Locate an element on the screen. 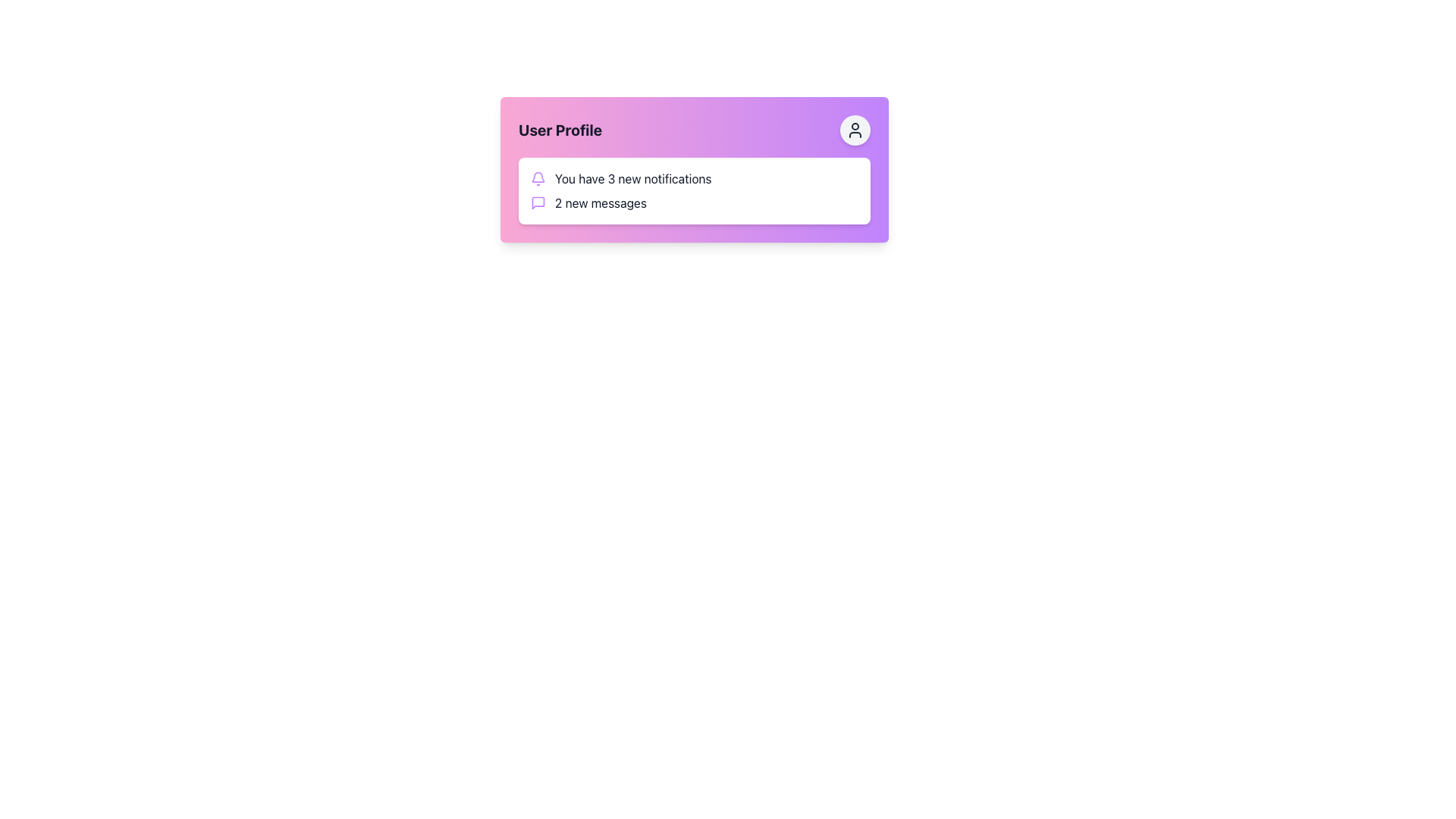  the individual notifications in the summary notification widget located below the 'User Profile' title, which displays the number of unread notifications and messages is located at coordinates (694, 190).